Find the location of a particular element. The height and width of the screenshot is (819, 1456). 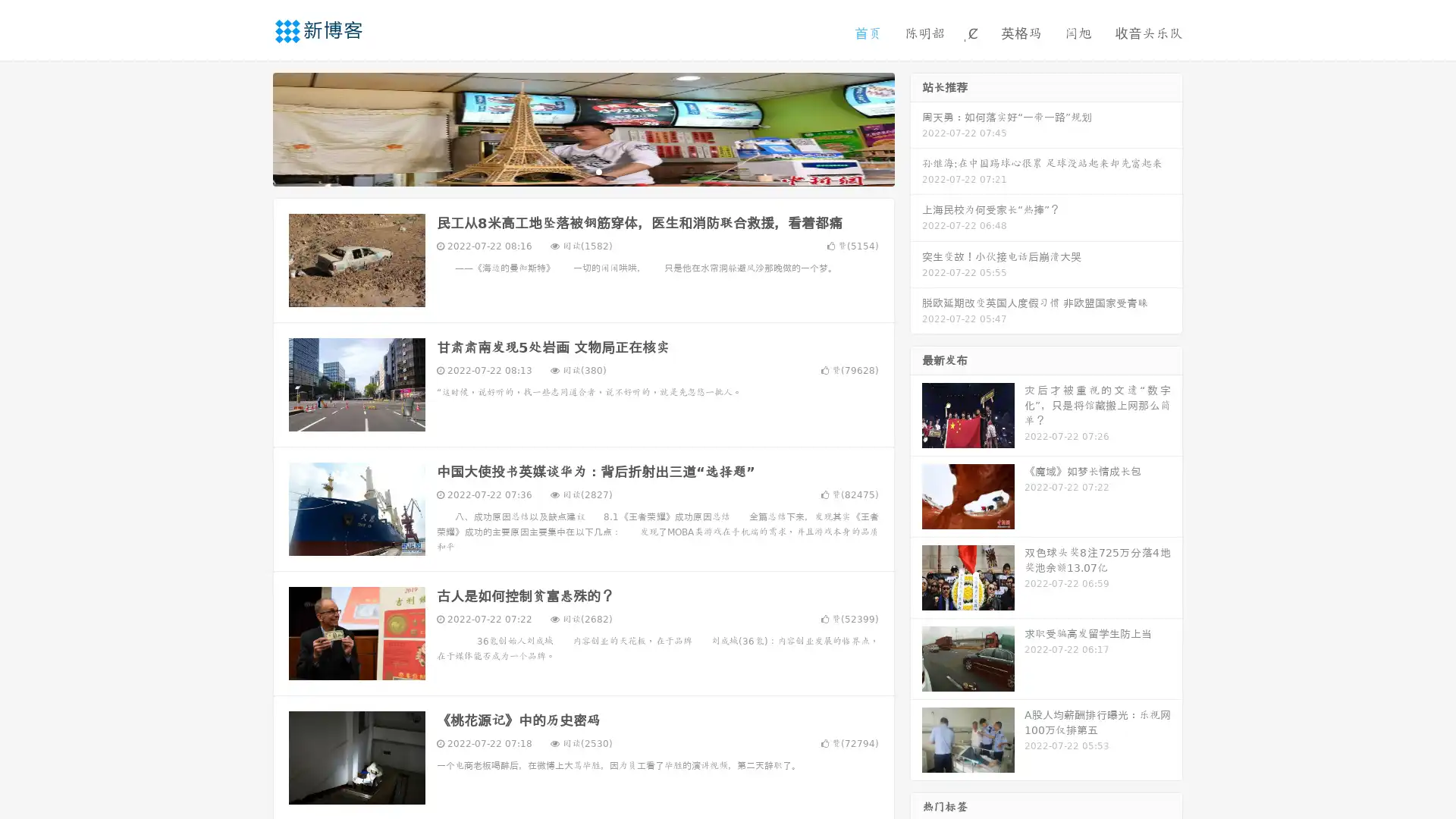

Go to slide 1 is located at coordinates (567, 171).